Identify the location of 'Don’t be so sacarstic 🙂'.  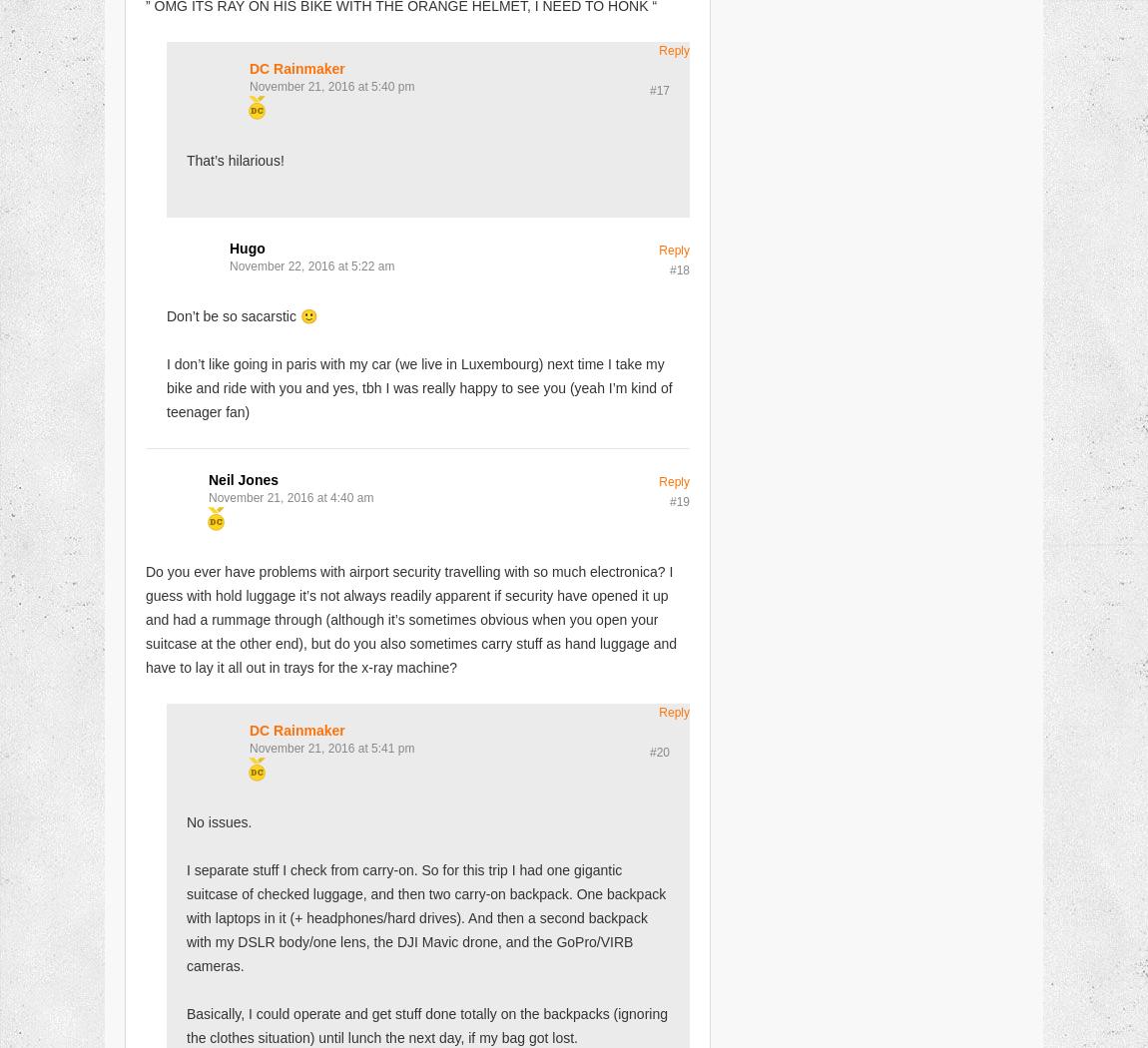
(240, 315).